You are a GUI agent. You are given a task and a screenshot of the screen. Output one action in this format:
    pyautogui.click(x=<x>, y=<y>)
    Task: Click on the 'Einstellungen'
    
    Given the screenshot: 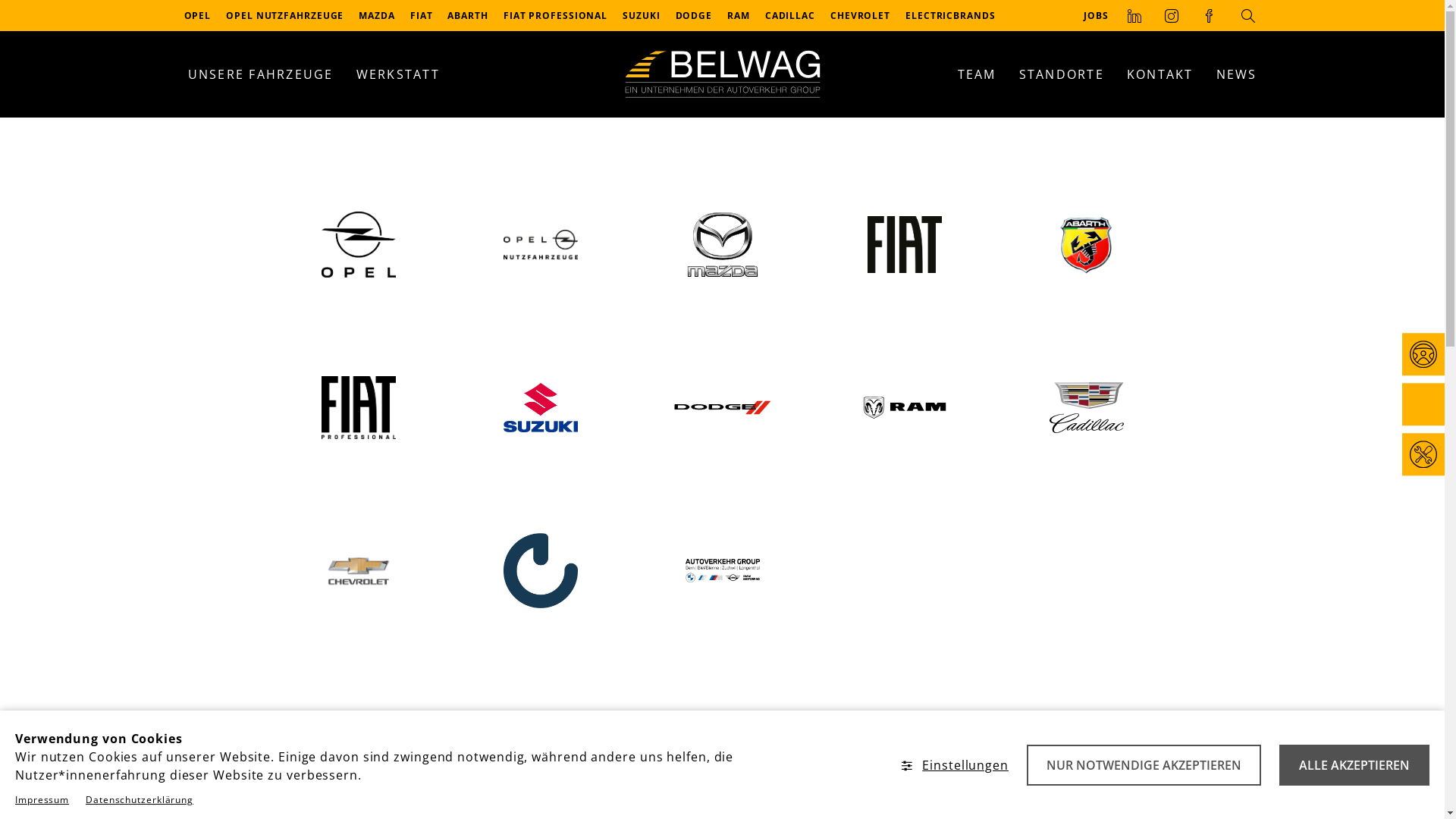 What is the action you would take?
    pyautogui.click(x=954, y=765)
    